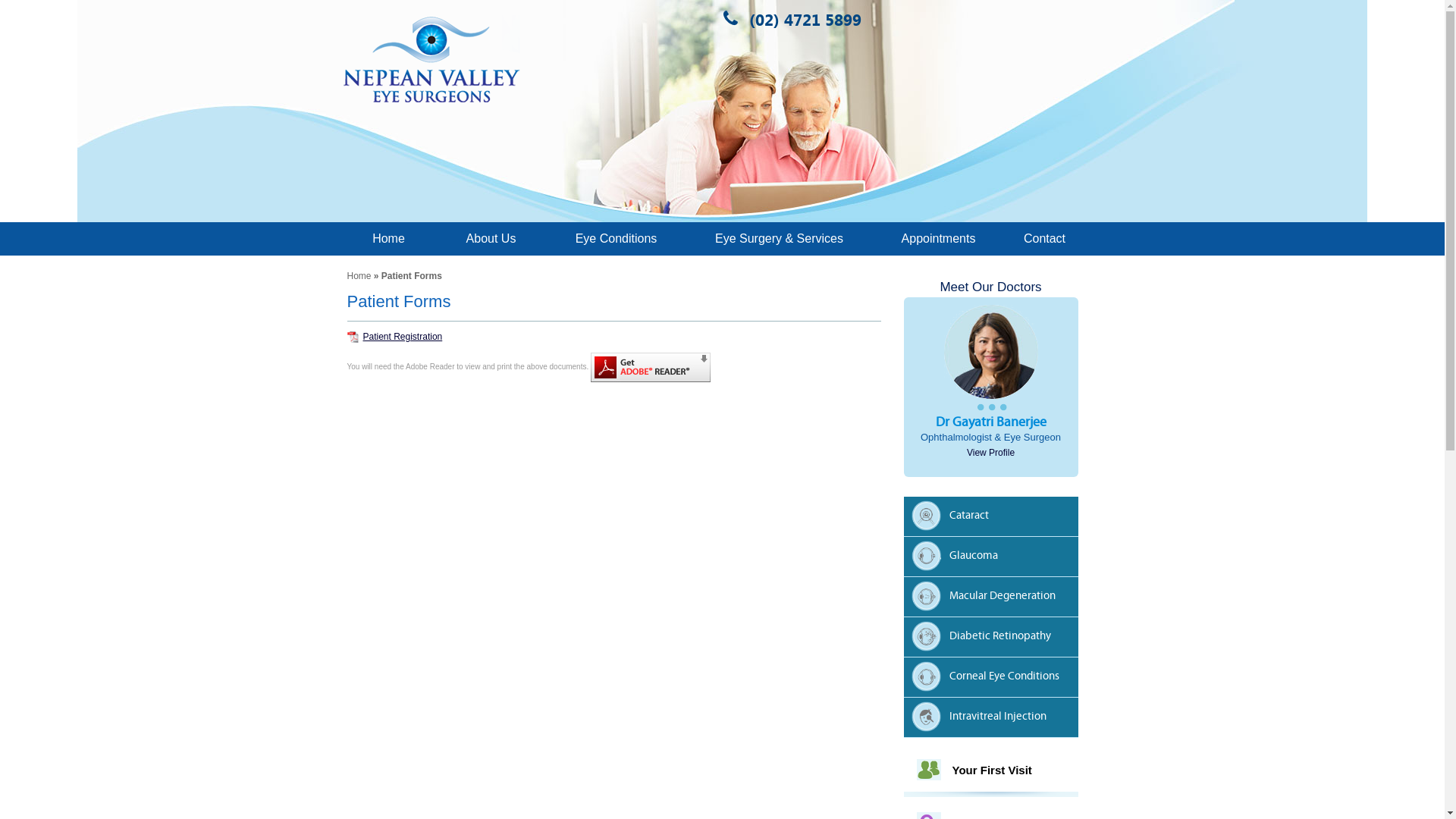 Image resolution: width=1456 pixels, height=819 pixels. What do you see at coordinates (990, 287) in the screenshot?
I see `'Meet Our Doctors'` at bounding box center [990, 287].